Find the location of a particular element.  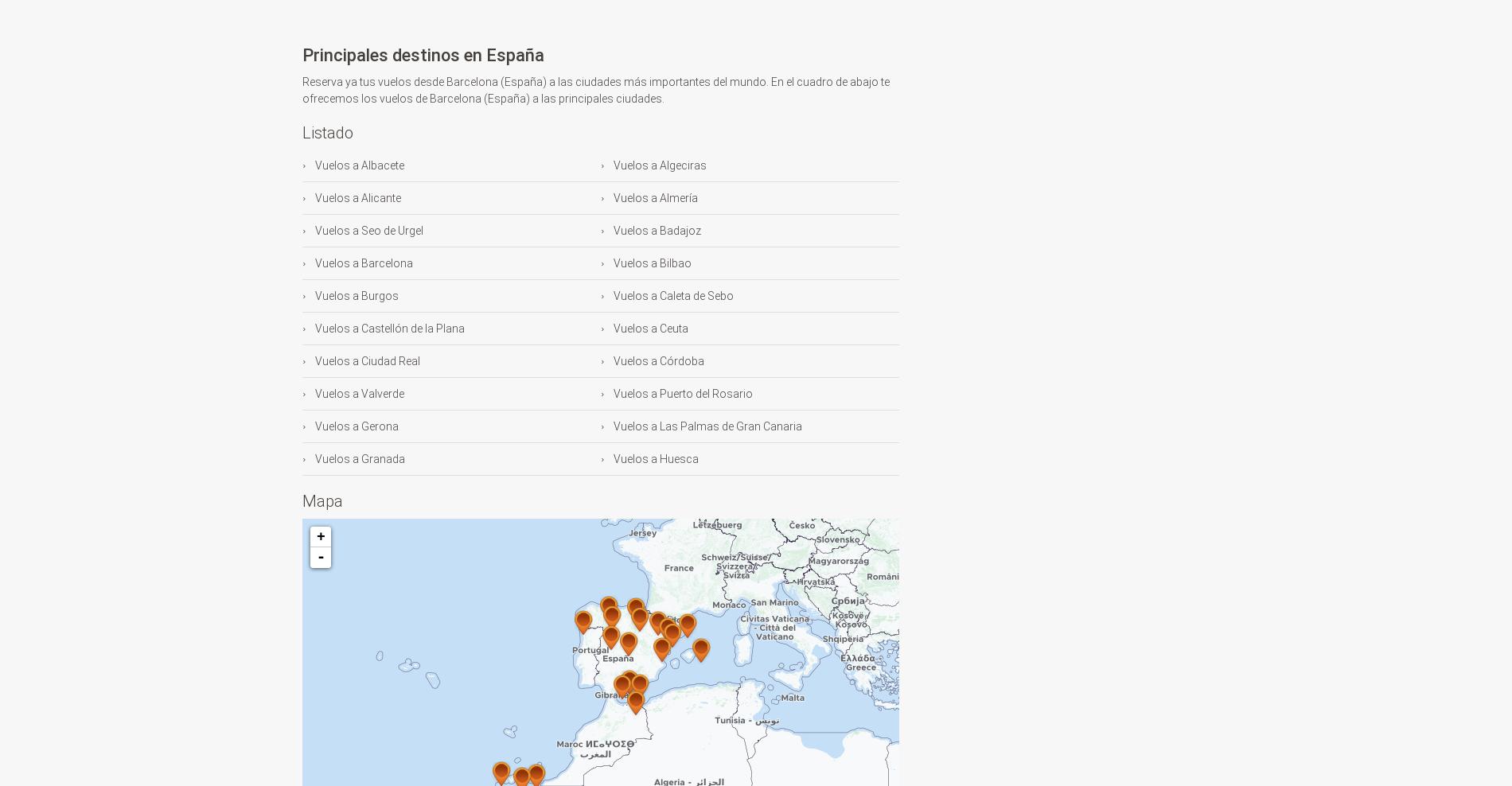

'Vuelos a Córdoba' is located at coordinates (657, 360).